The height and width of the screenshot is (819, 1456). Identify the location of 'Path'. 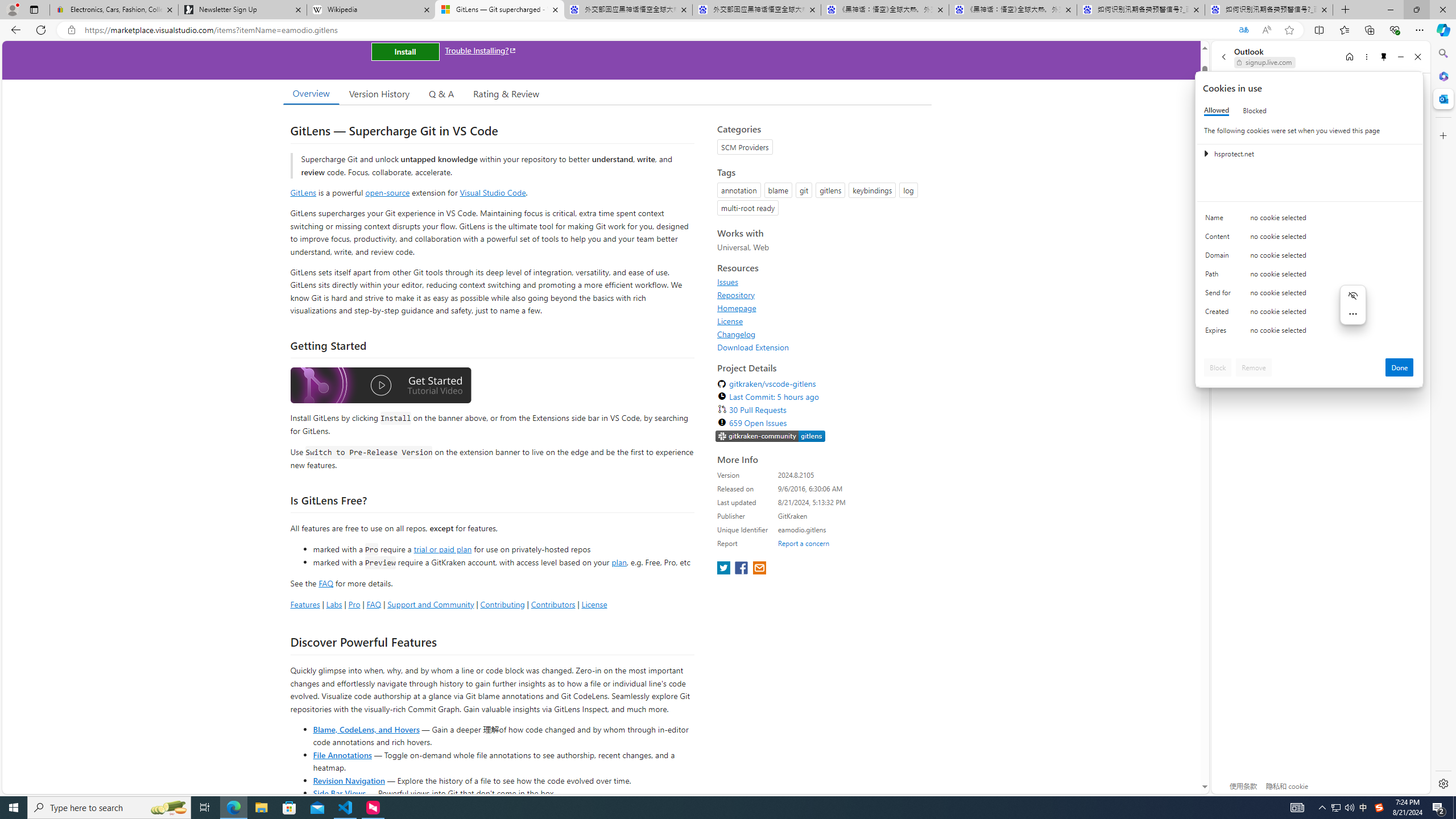
(1219, 276).